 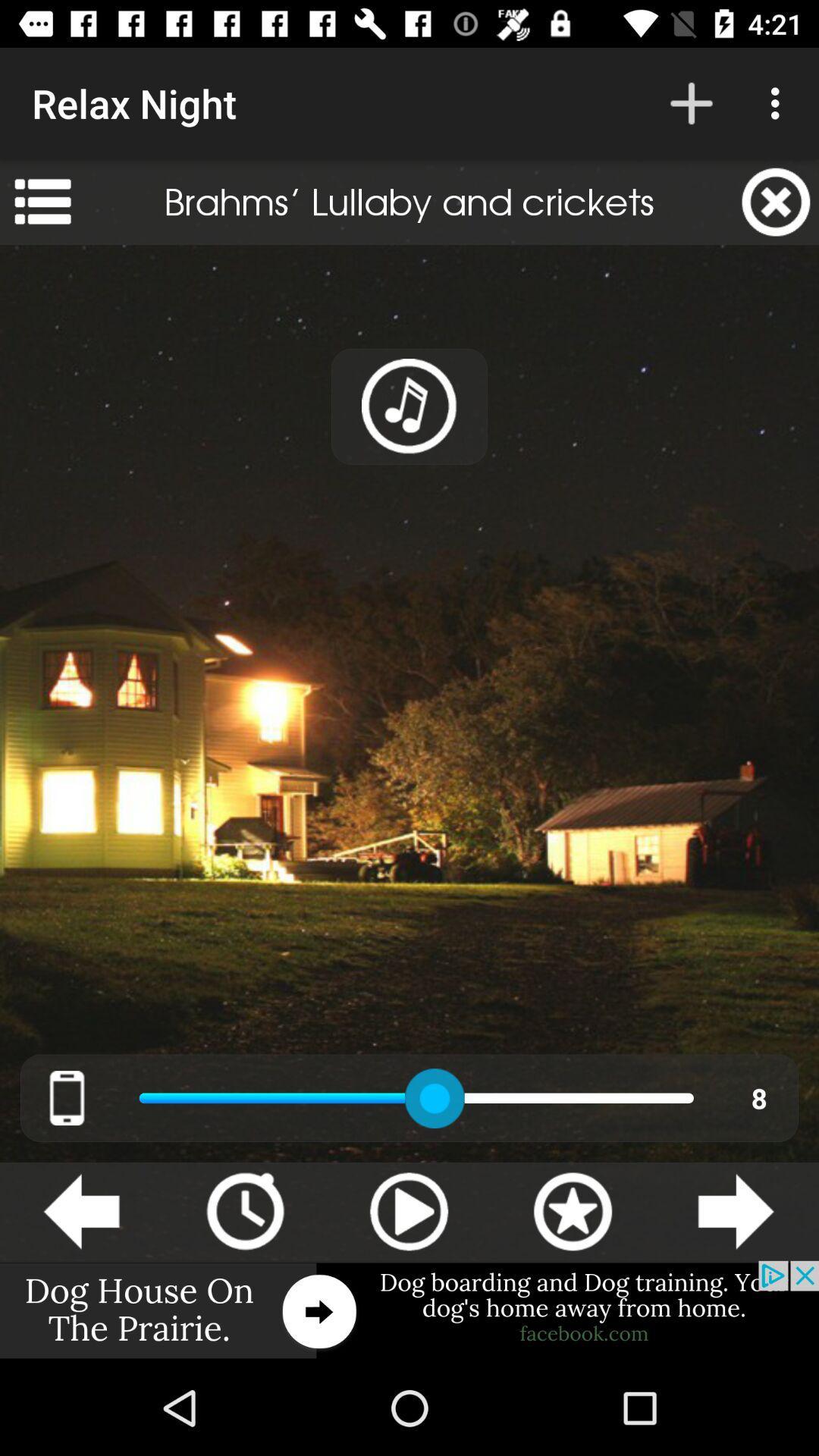 What do you see at coordinates (736, 1211) in the screenshot?
I see `next button on page` at bounding box center [736, 1211].